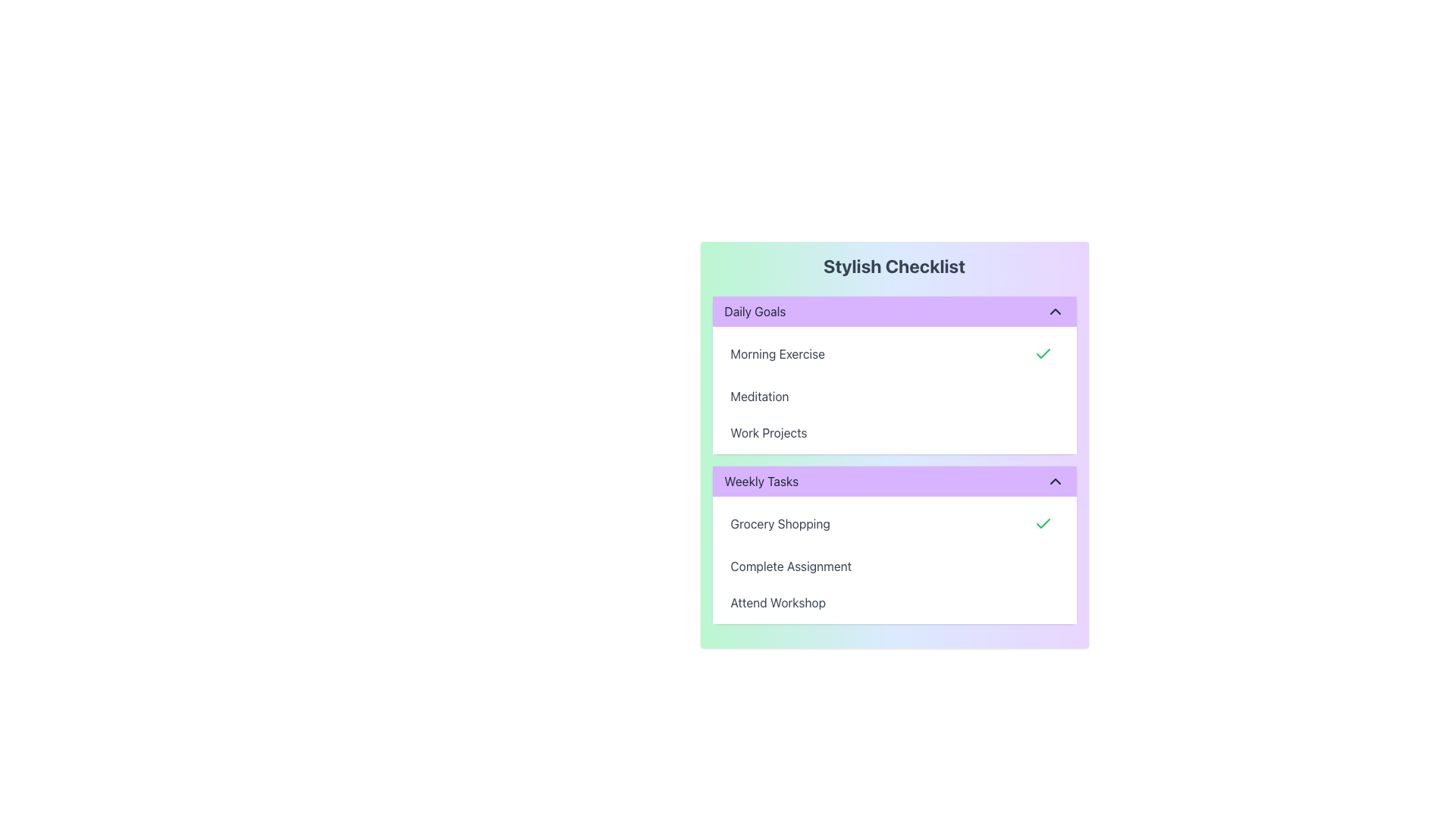  Describe the element at coordinates (1042, 522) in the screenshot. I see `the completion toggle button located at the far right of the 'Grocery Shopping' row in the 'Weekly Tasks' section to mark the task as done or undone` at that location.